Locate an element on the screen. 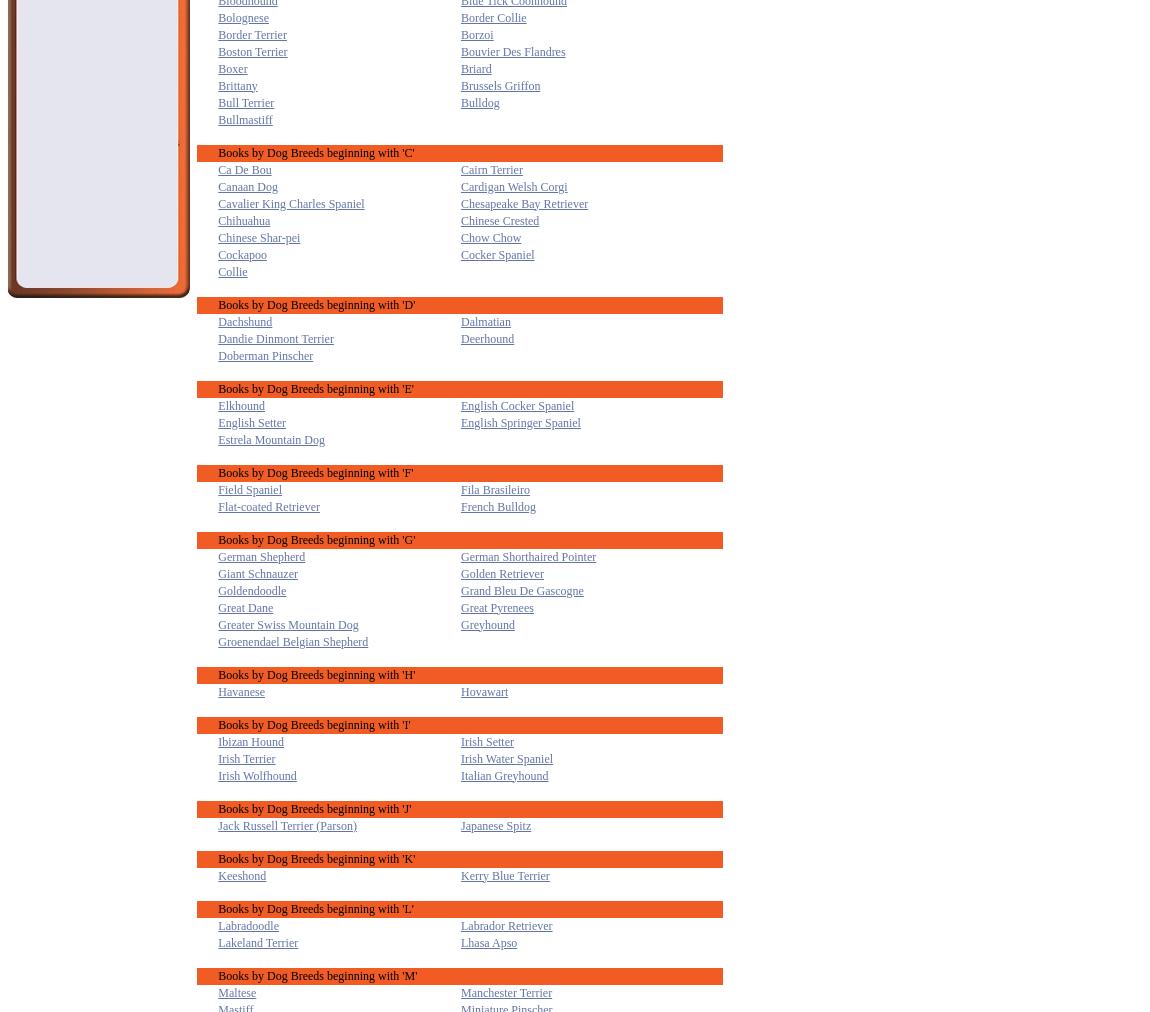  'Labradoodle' is located at coordinates (247, 924).